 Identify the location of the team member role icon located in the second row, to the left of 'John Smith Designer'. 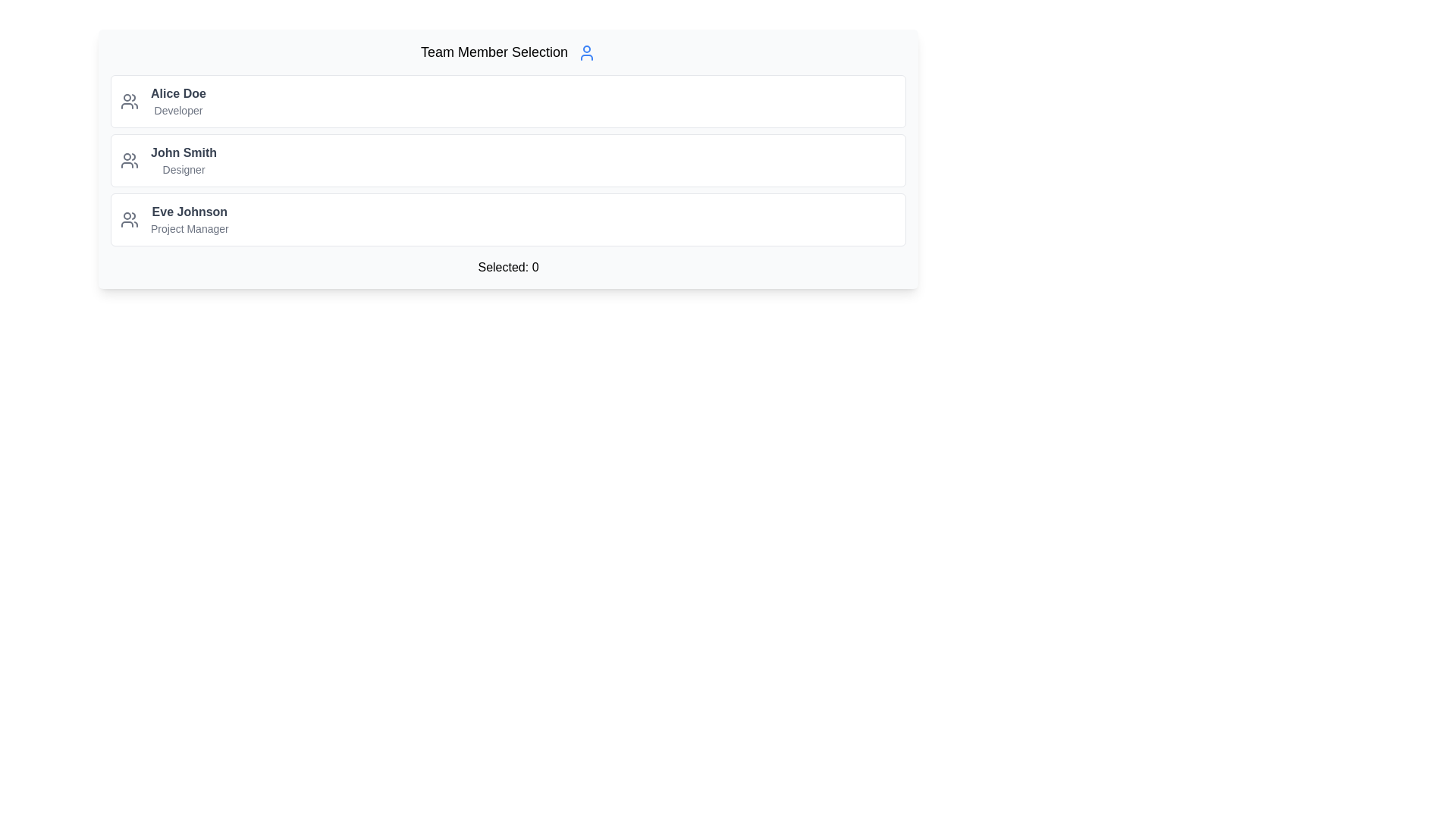
(130, 161).